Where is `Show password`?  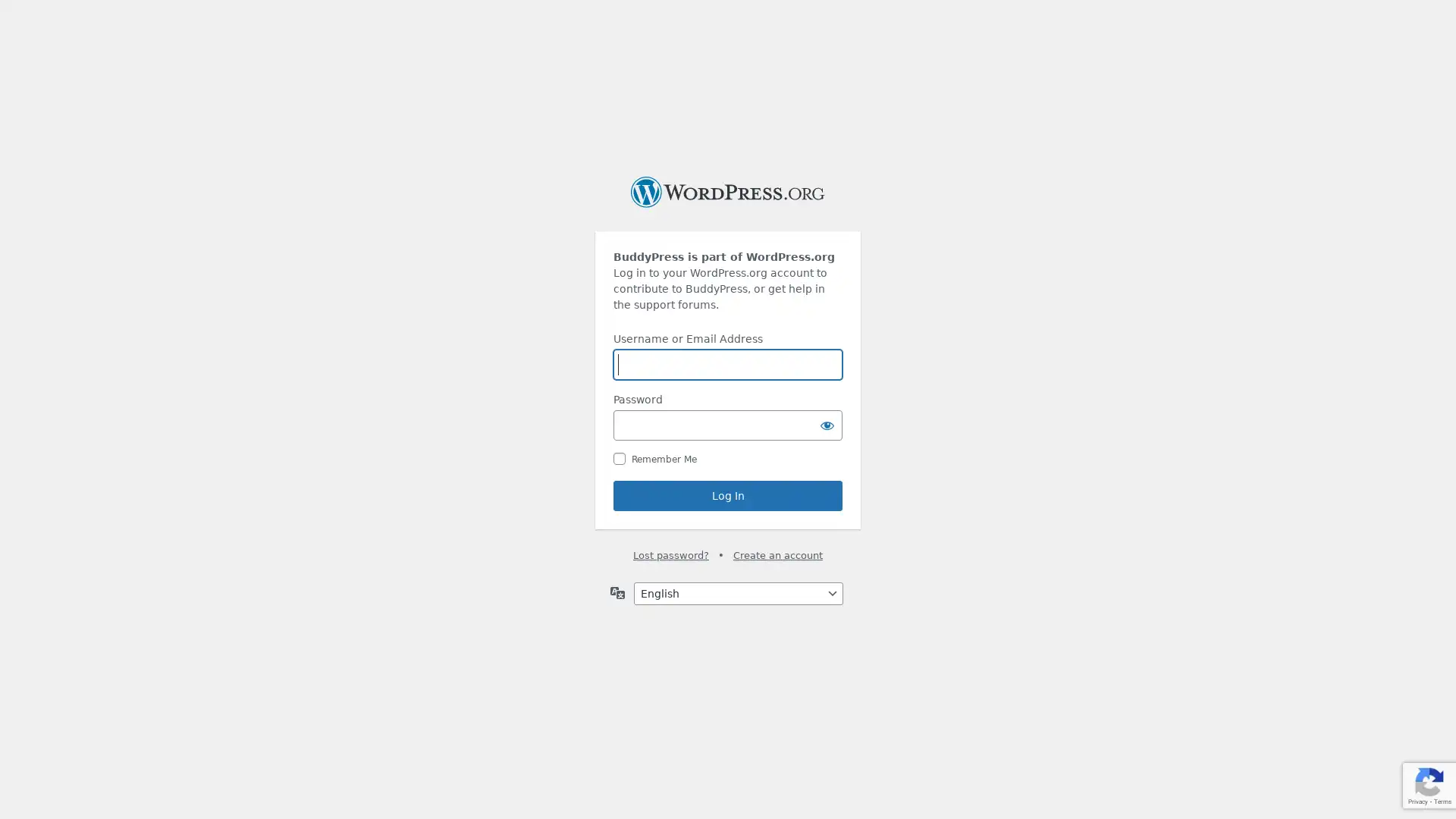 Show password is located at coordinates (826, 425).